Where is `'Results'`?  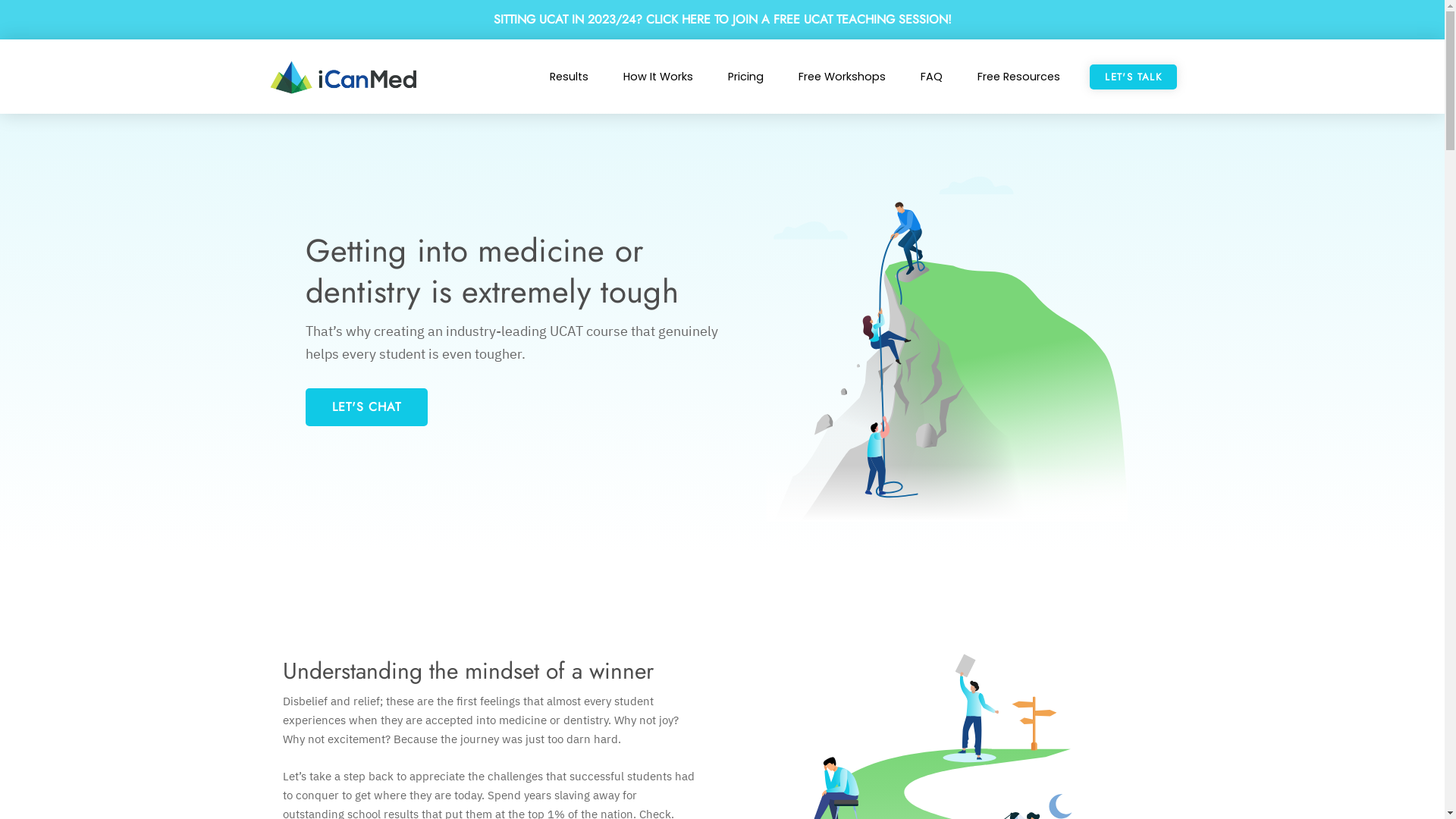 'Results' is located at coordinates (568, 76).